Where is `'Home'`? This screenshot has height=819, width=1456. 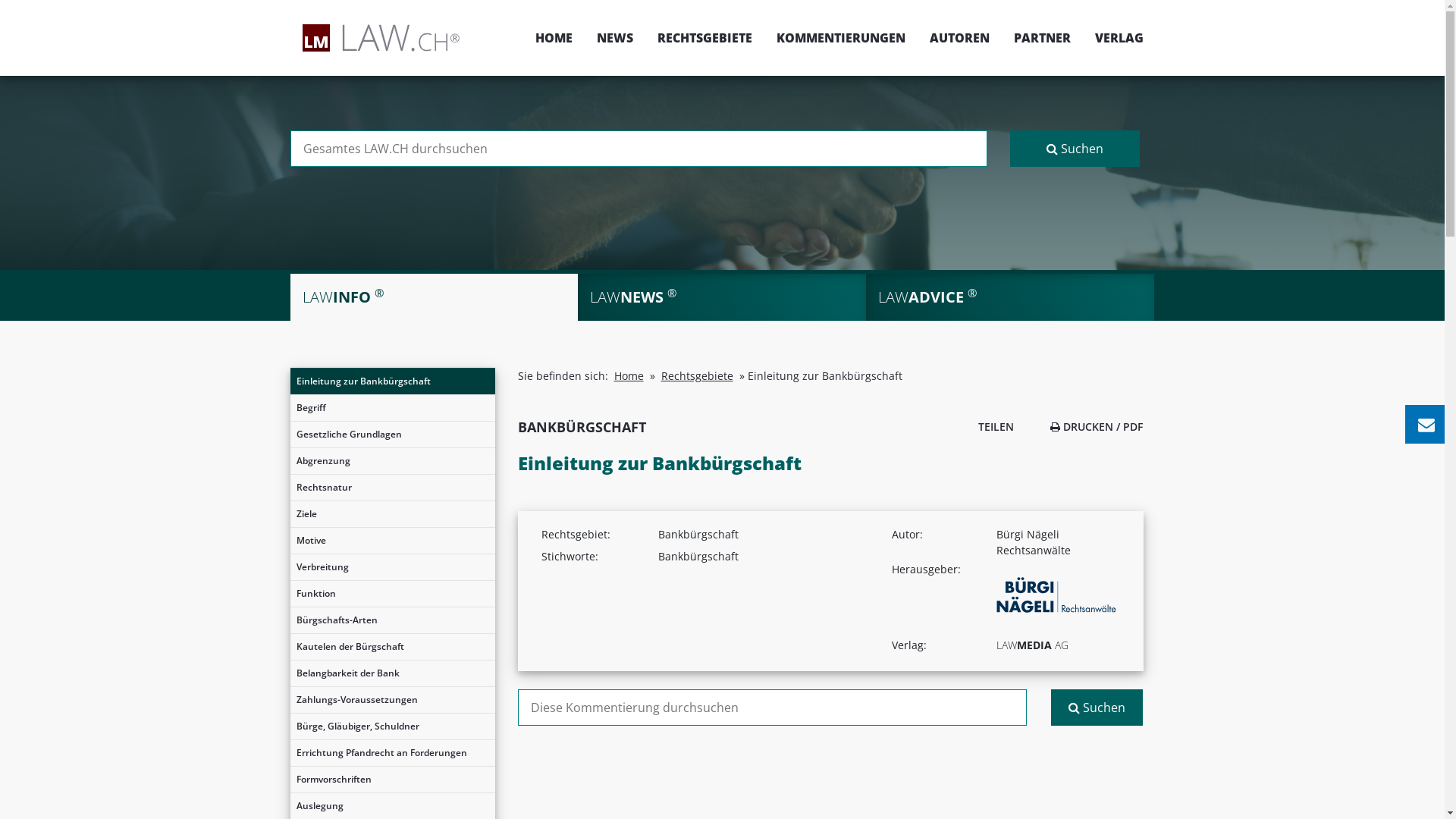
'Home' is located at coordinates (629, 375).